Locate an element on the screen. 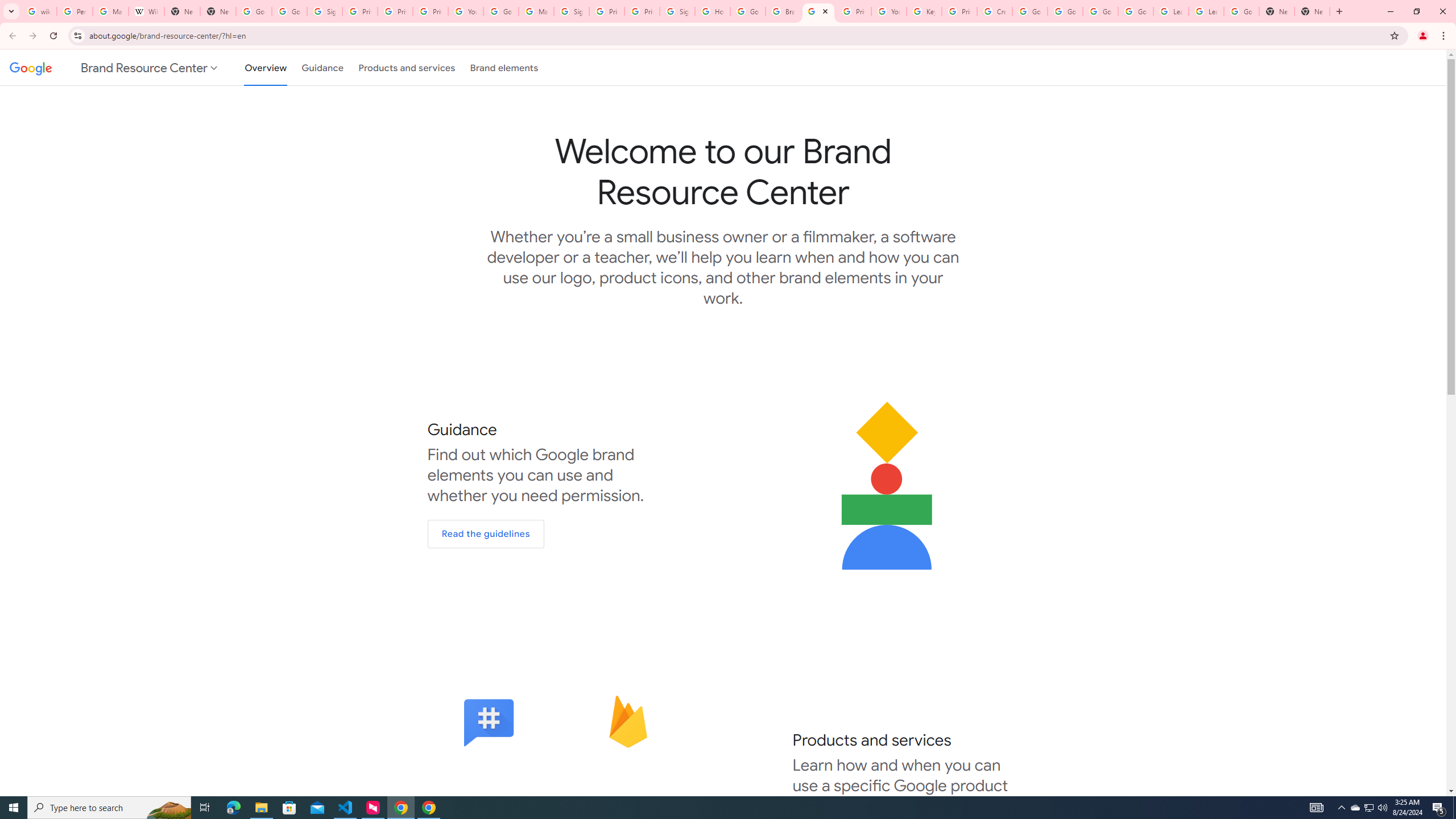  'Google site switcher' is located at coordinates (114, 67).